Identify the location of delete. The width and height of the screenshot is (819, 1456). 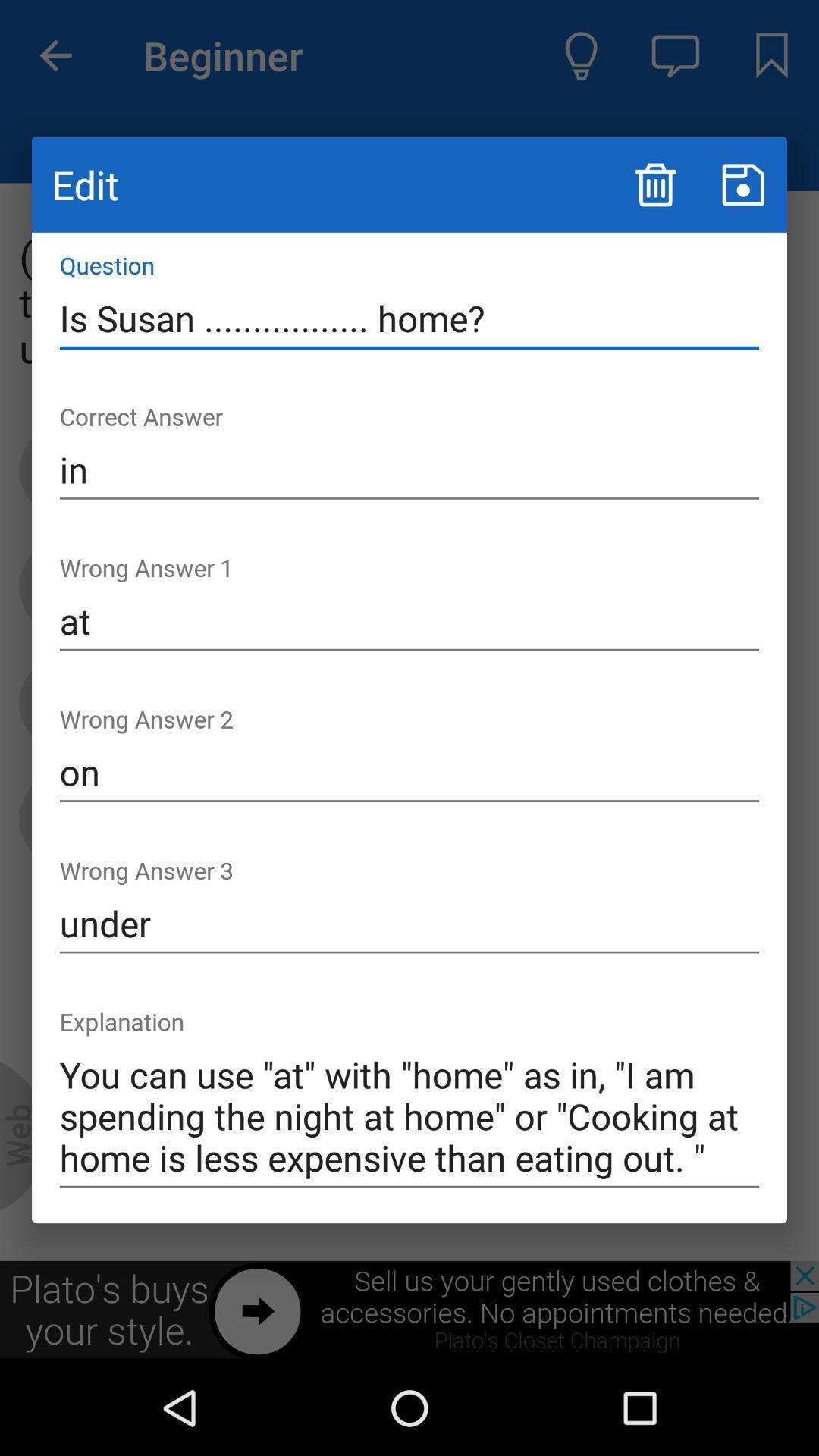
(654, 184).